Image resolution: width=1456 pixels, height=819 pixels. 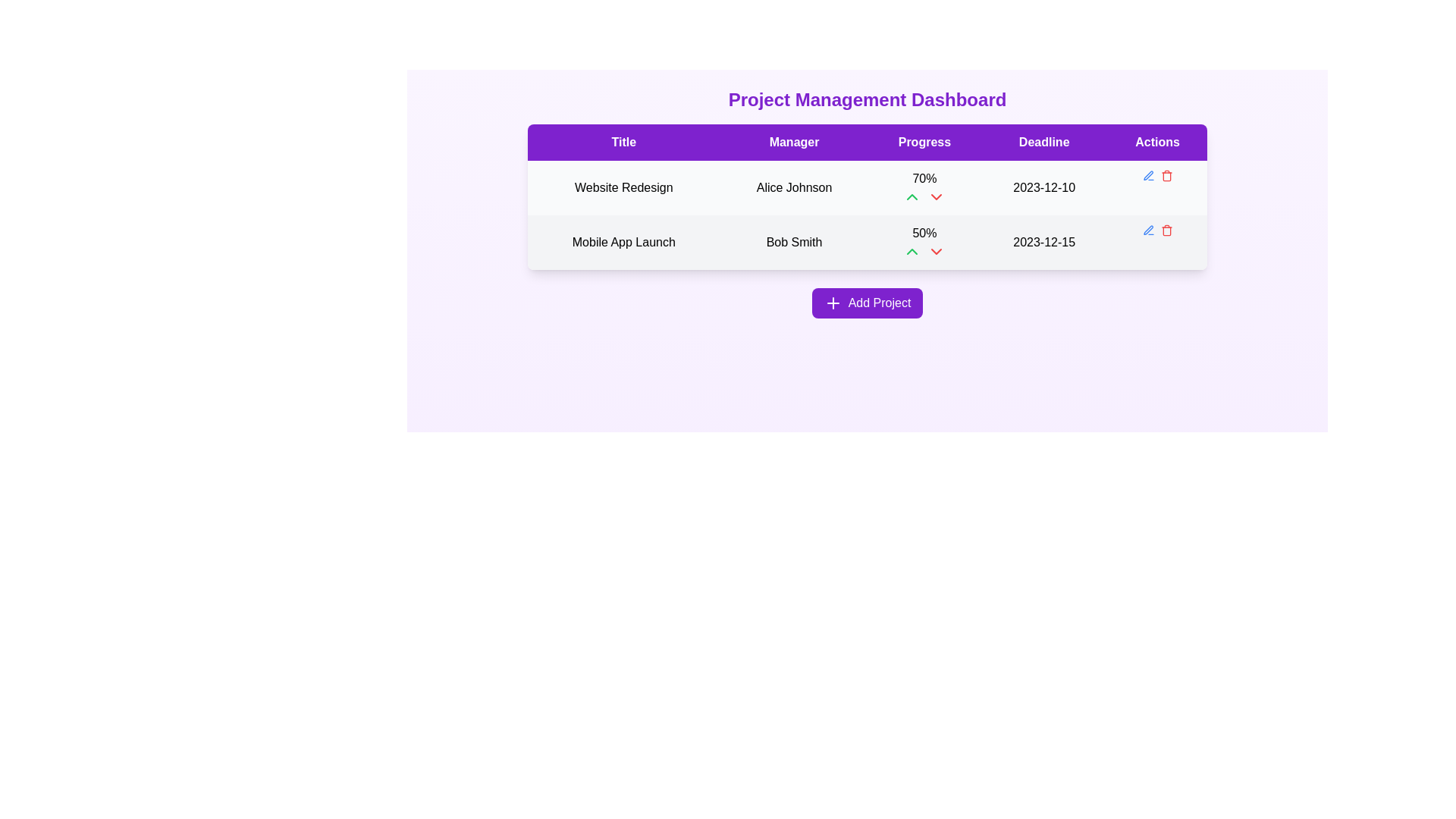 I want to click on the green upward-pointing chevron icon located under the 'Progress' column, adjacent to the percentage value '70%', so click(x=912, y=196).